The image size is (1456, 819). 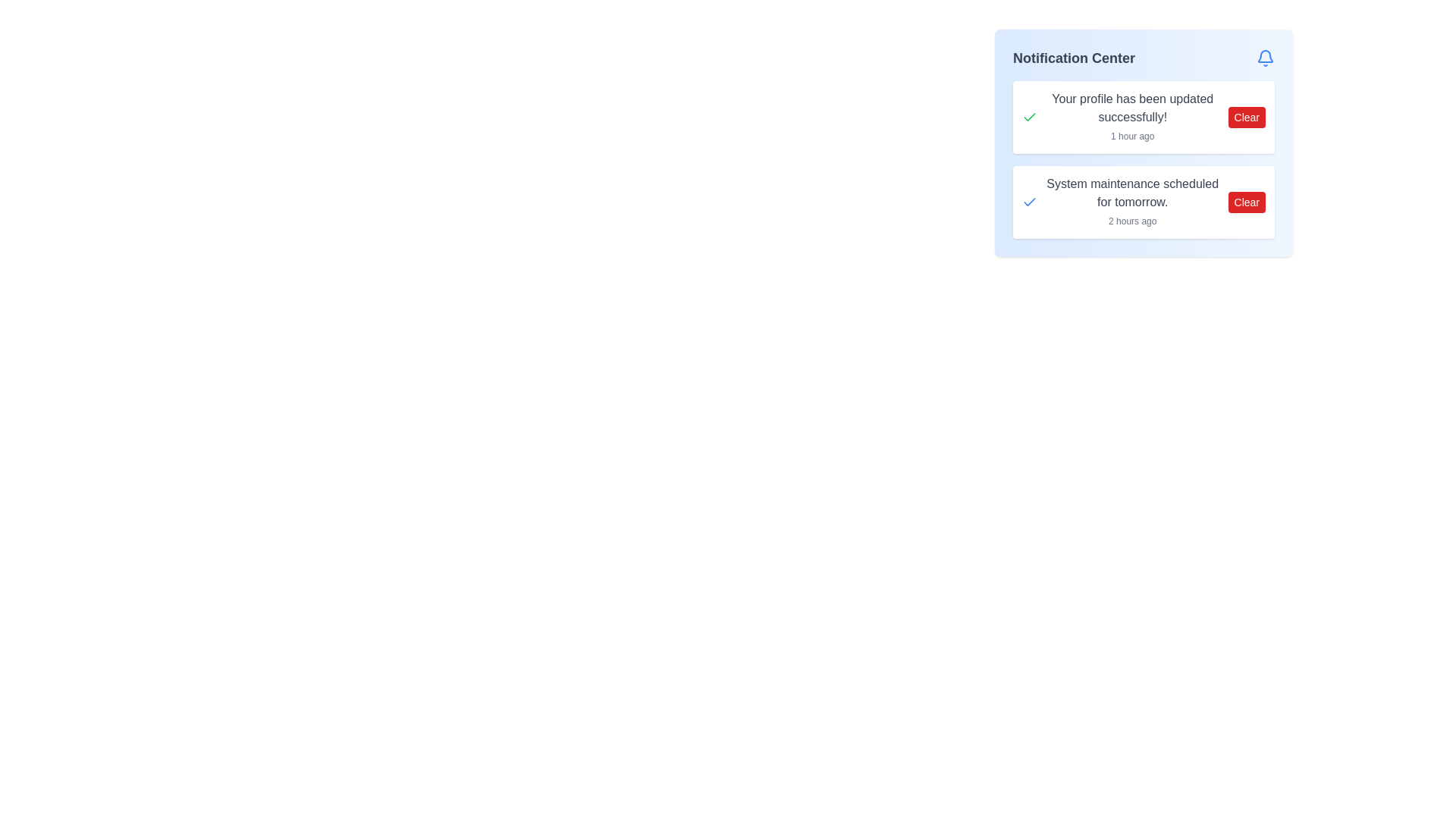 What do you see at coordinates (1132, 107) in the screenshot?
I see `text label that states, 'Your profile has been updated successfully!' located in the upper notification card of the Notification Center` at bounding box center [1132, 107].